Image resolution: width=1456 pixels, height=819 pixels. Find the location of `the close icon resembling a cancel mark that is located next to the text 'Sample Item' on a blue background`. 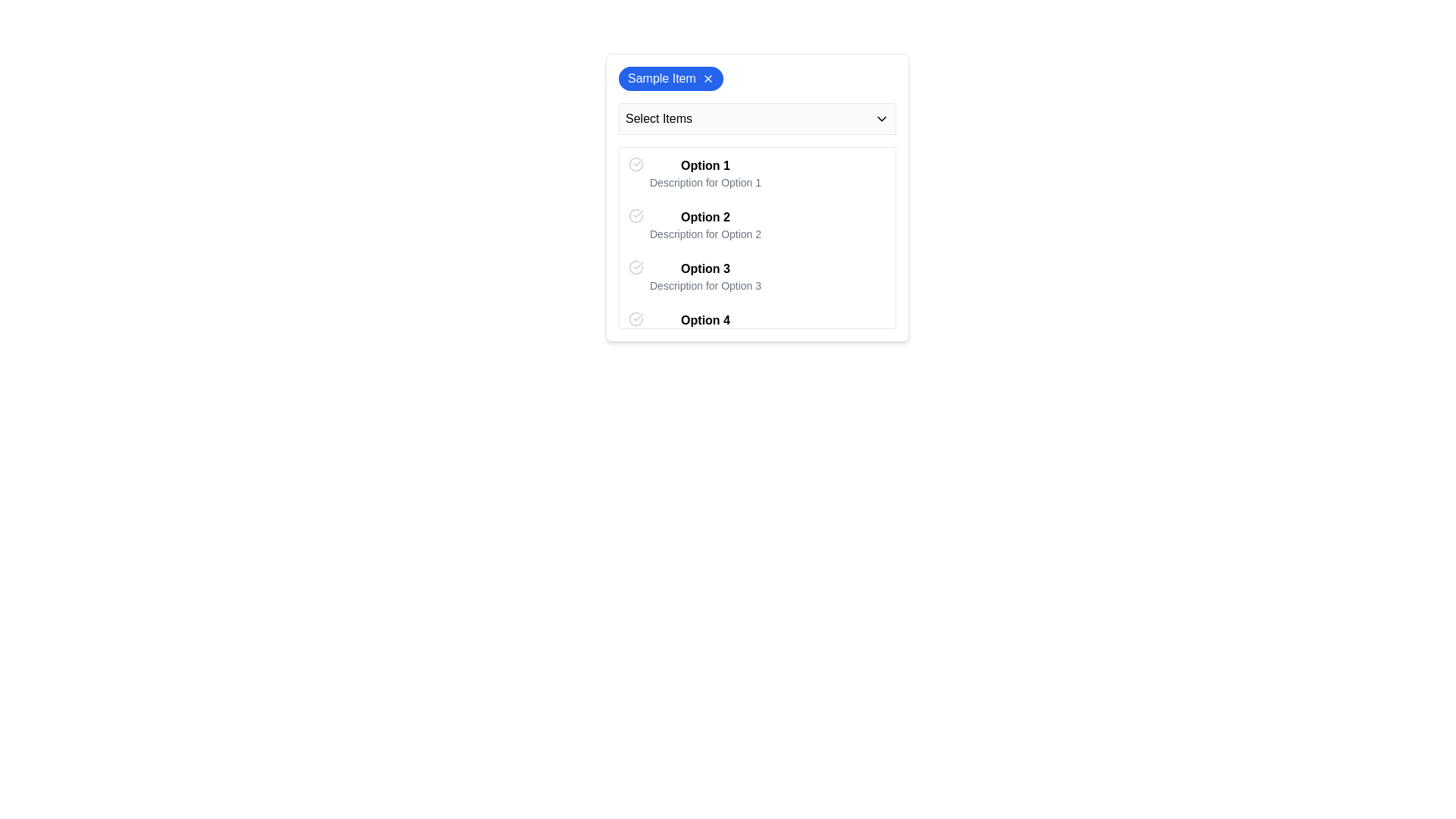

the close icon resembling a cancel mark that is located next to the text 'Sample Item' on a blue background is located at coordinates (707, 79).